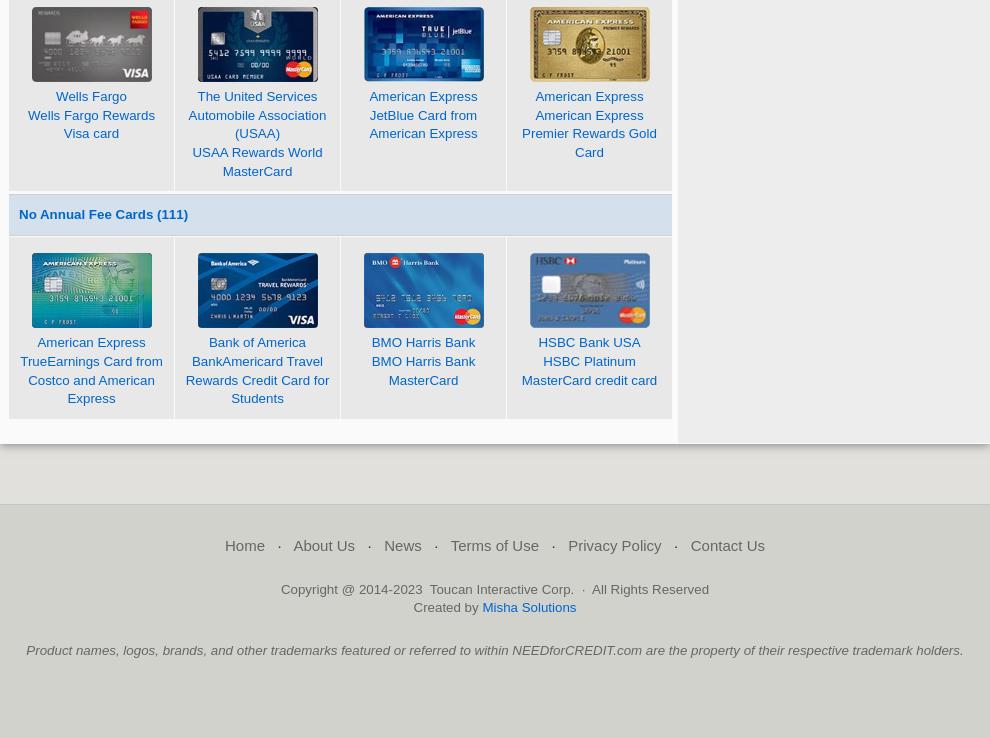 This screenshot has width=990, height=738. I want to click on 'BMO Harris Bank', so click(370, 342).